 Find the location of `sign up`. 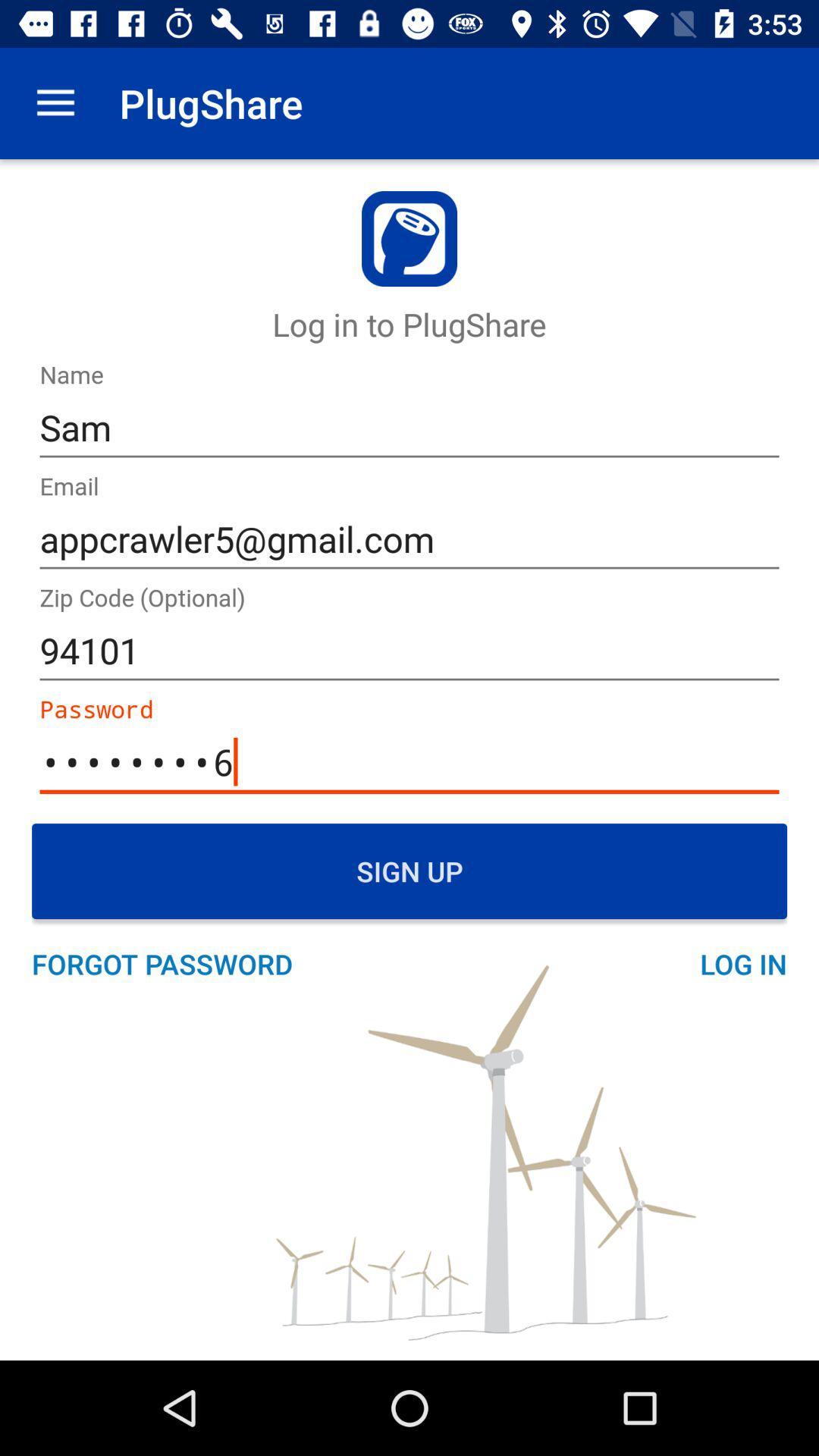

sign up is located at coordinates (409, 871).